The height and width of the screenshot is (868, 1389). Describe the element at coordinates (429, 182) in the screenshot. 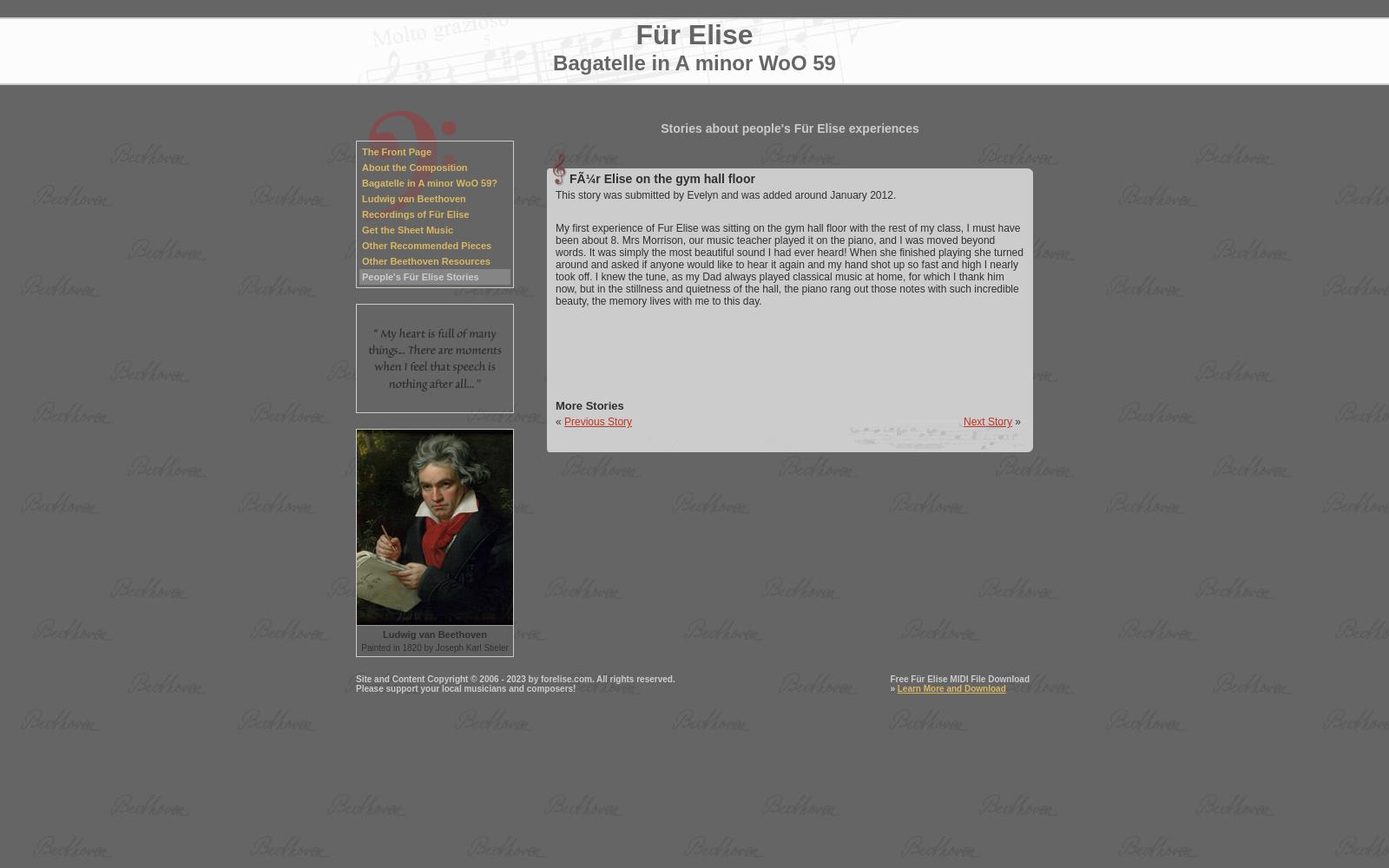

I see `'Bagatelle in A minor WoO 59?'` at that location.